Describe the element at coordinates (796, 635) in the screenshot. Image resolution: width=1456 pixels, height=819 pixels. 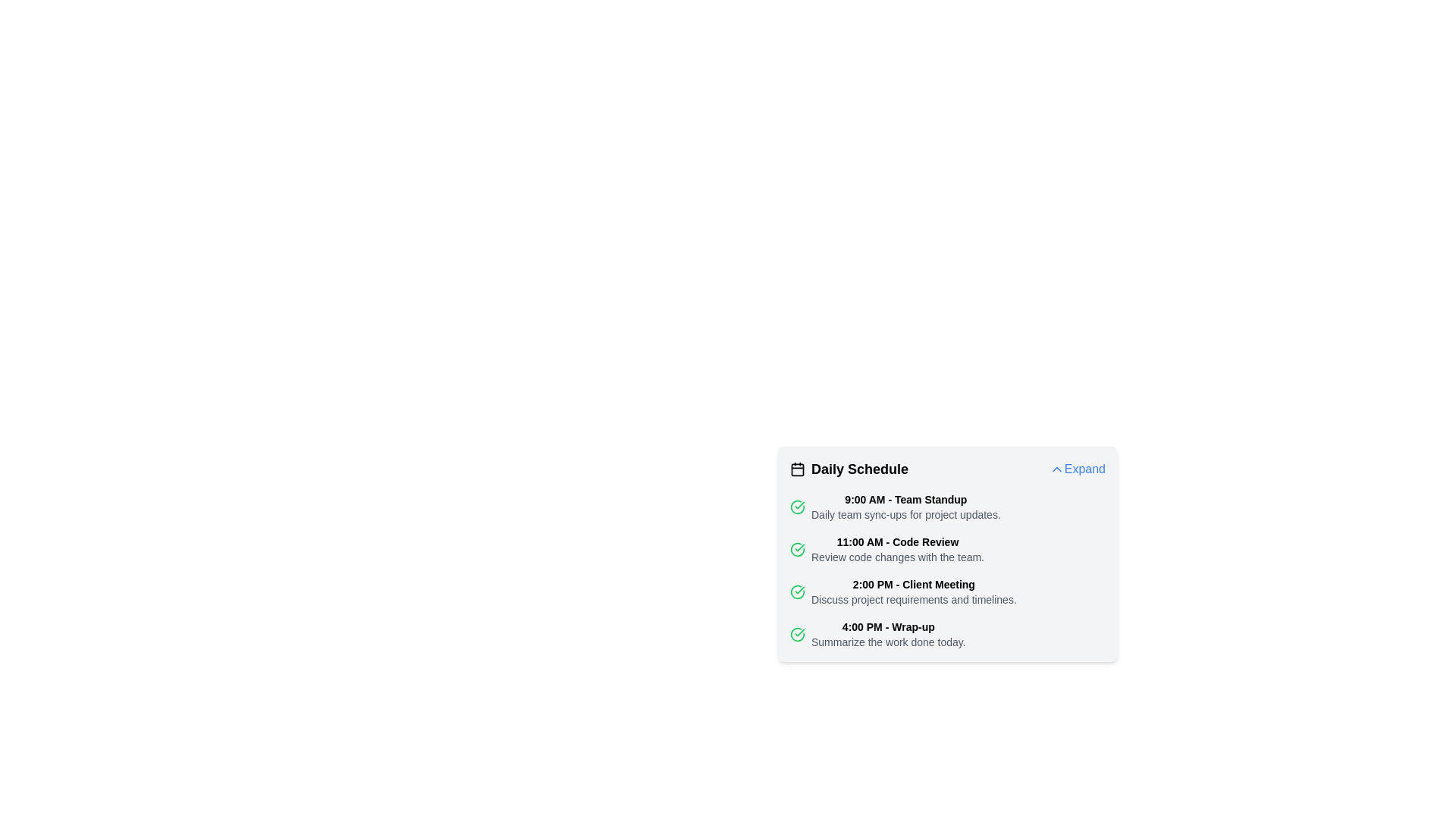
I see `green circular icon with a checkmark indicating a completed status, located to the left of the bold text '4:00 PM - Wrap-up' in the daily schedule list` at that location.